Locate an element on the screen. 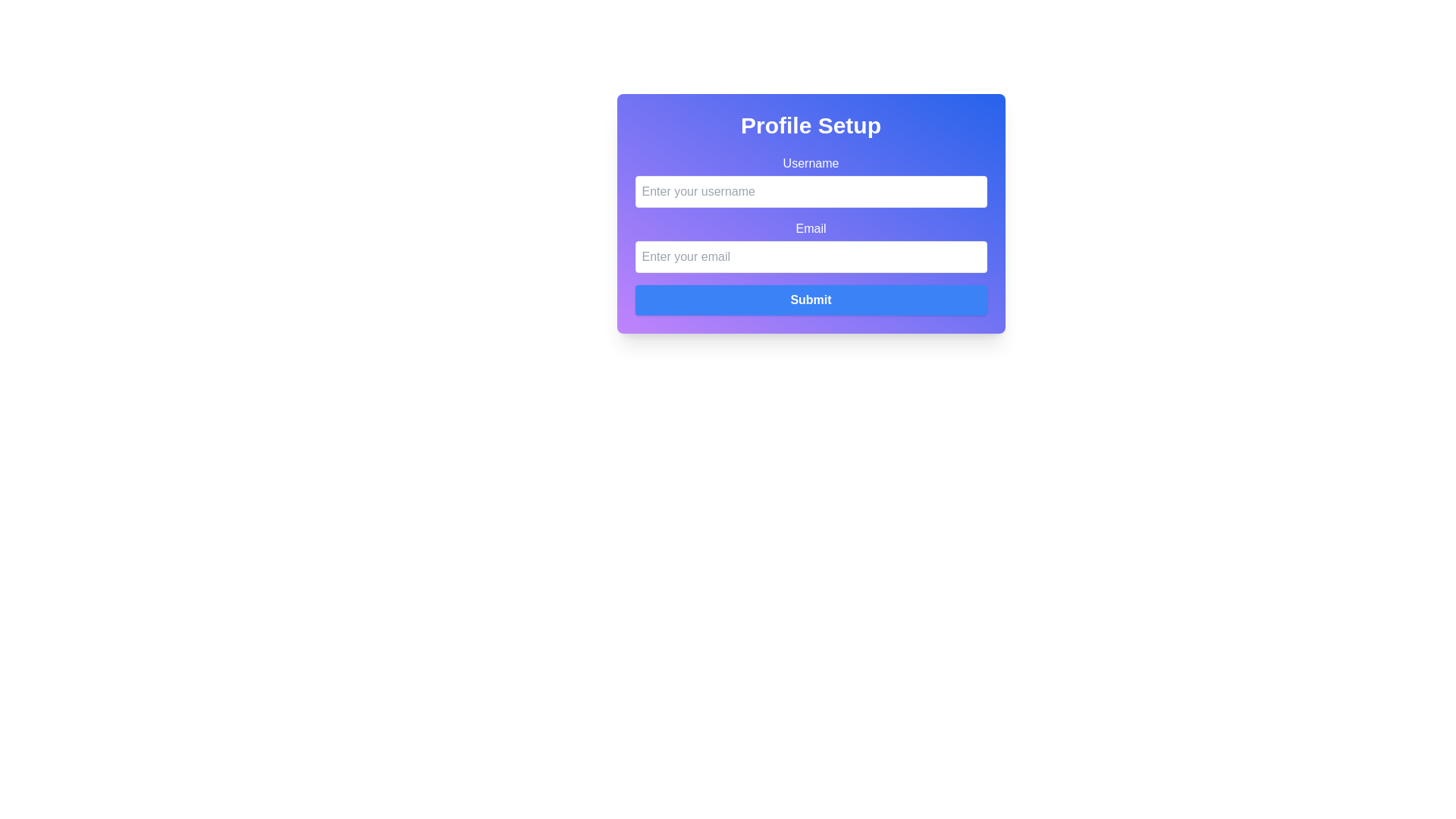  the 'Username' text input field, which is the first input field in the form with a white background and labeled 'Username' is located at coordinates (810, 180).